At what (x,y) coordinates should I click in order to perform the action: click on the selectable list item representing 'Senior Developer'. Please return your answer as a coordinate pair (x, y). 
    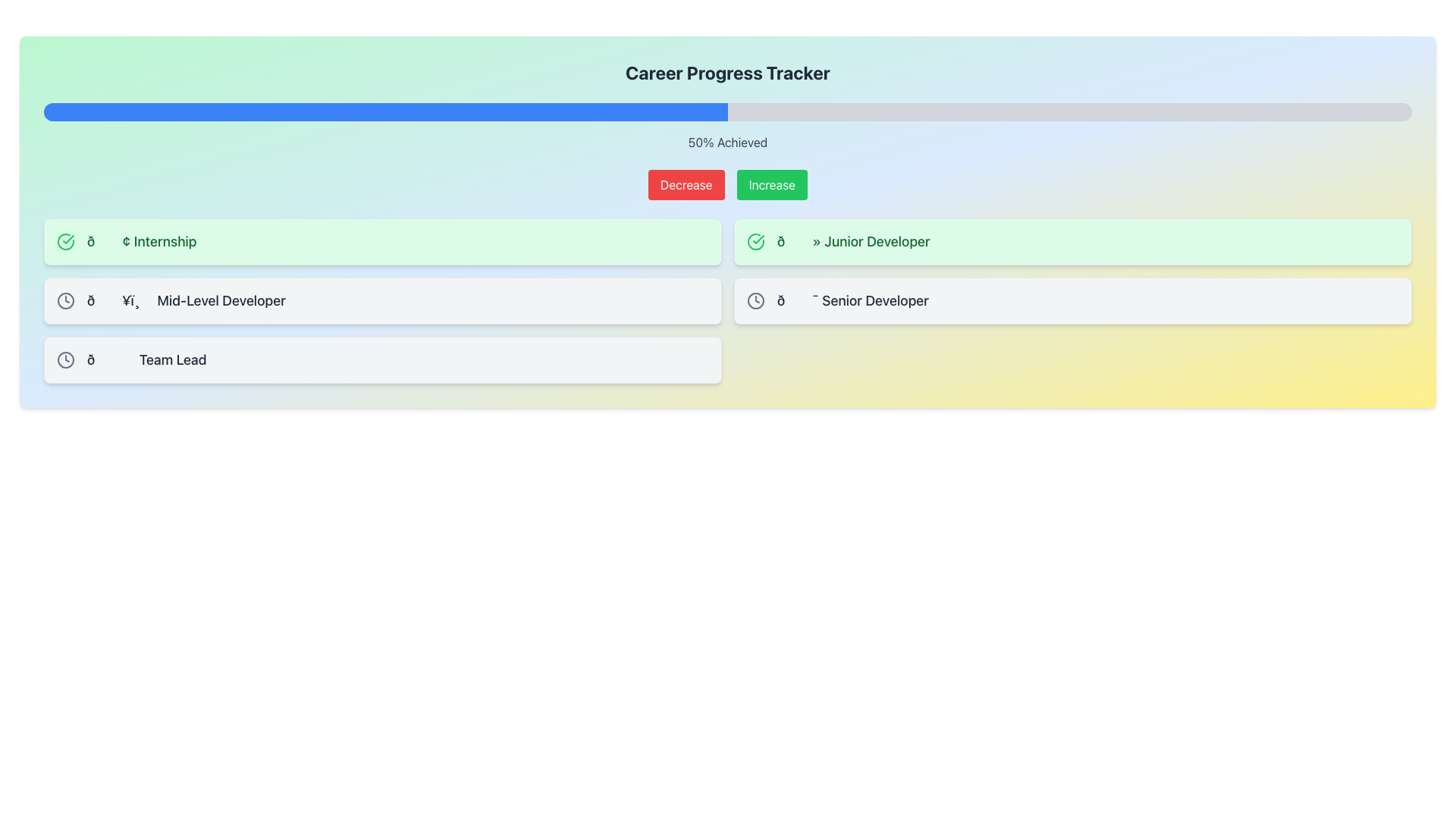
    Looking at the image, I should click on (1072, 301).